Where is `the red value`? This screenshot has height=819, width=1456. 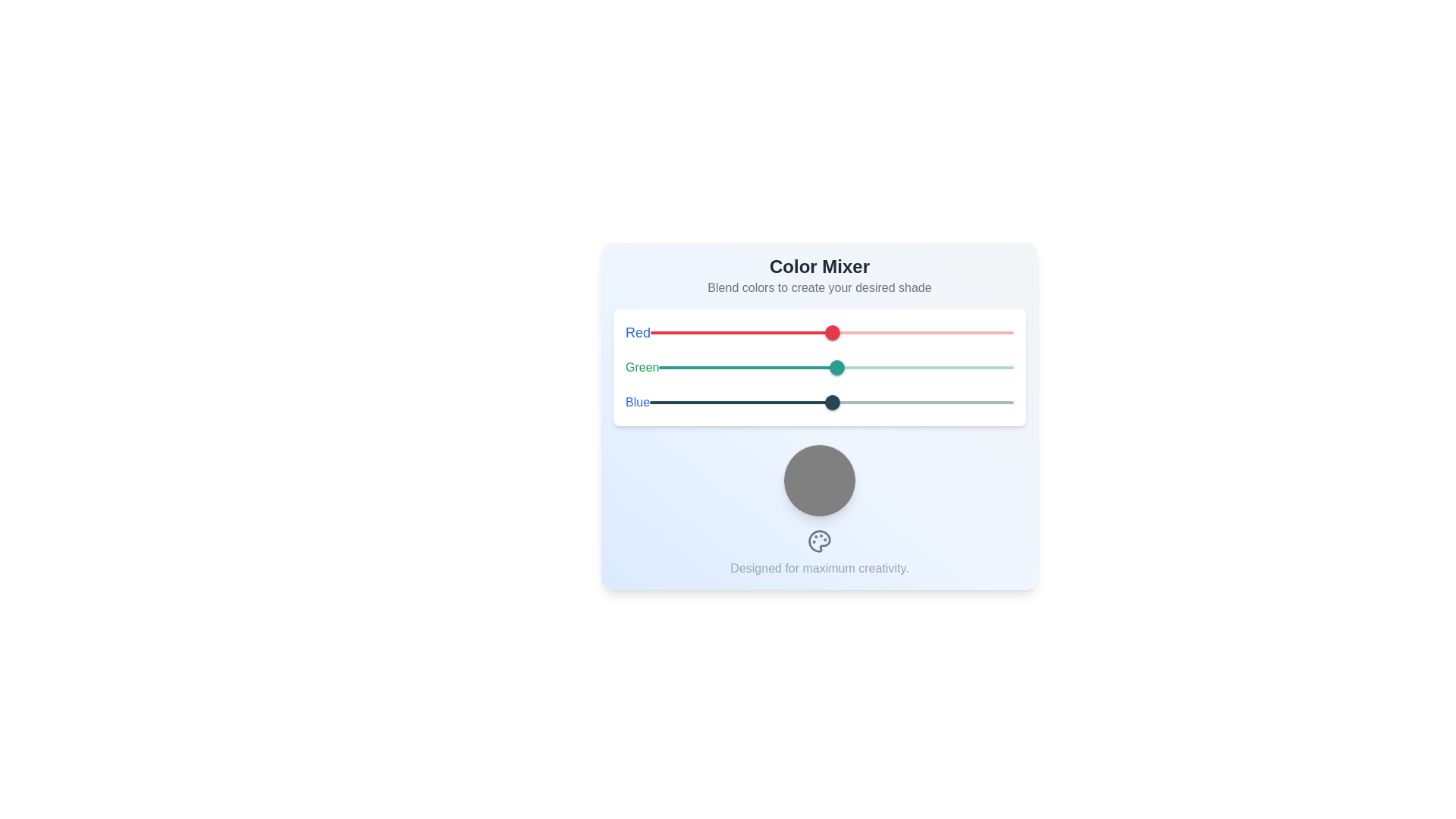
the red value is located at coordinates (937, 332).